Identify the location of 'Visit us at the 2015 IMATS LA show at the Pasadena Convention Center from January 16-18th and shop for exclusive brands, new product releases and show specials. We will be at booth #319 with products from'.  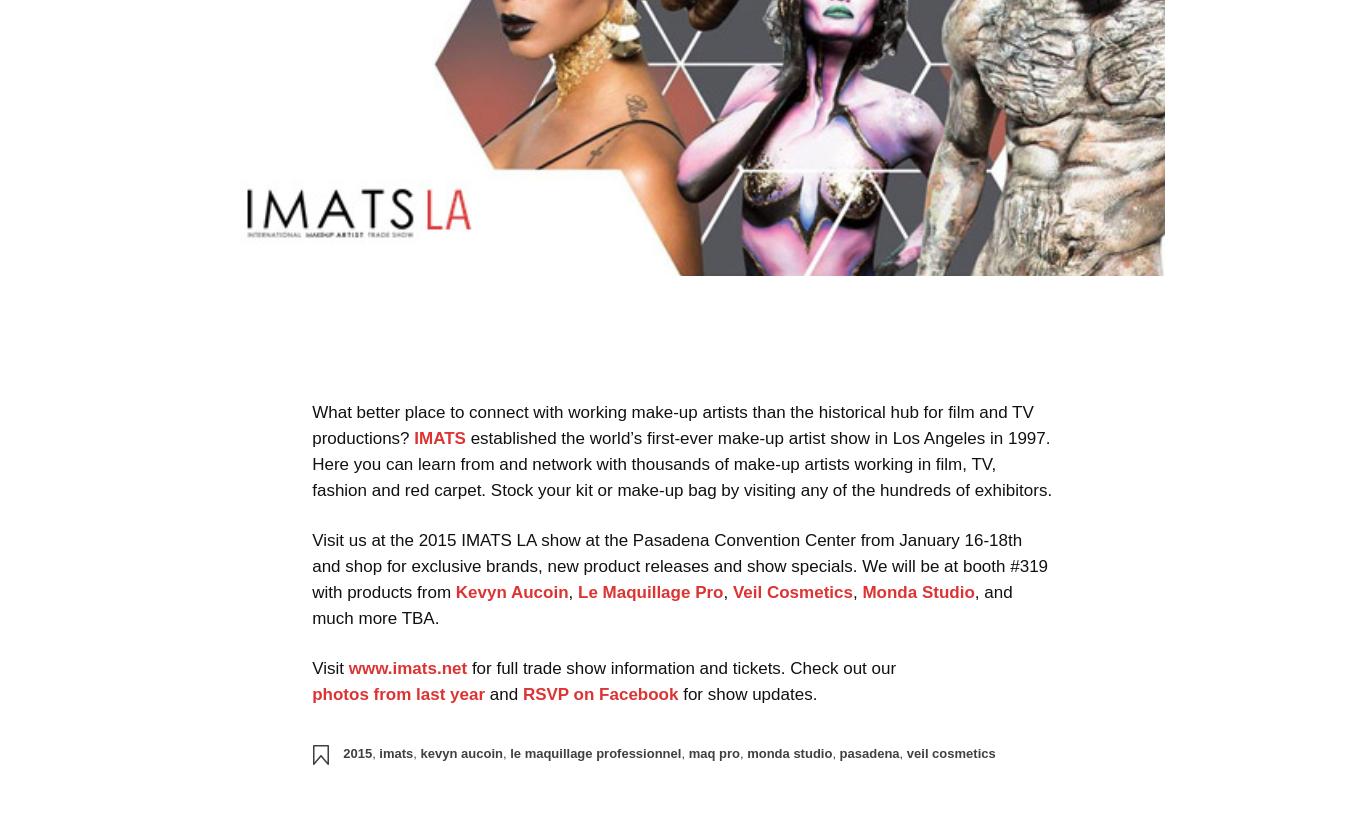
(678, 565).